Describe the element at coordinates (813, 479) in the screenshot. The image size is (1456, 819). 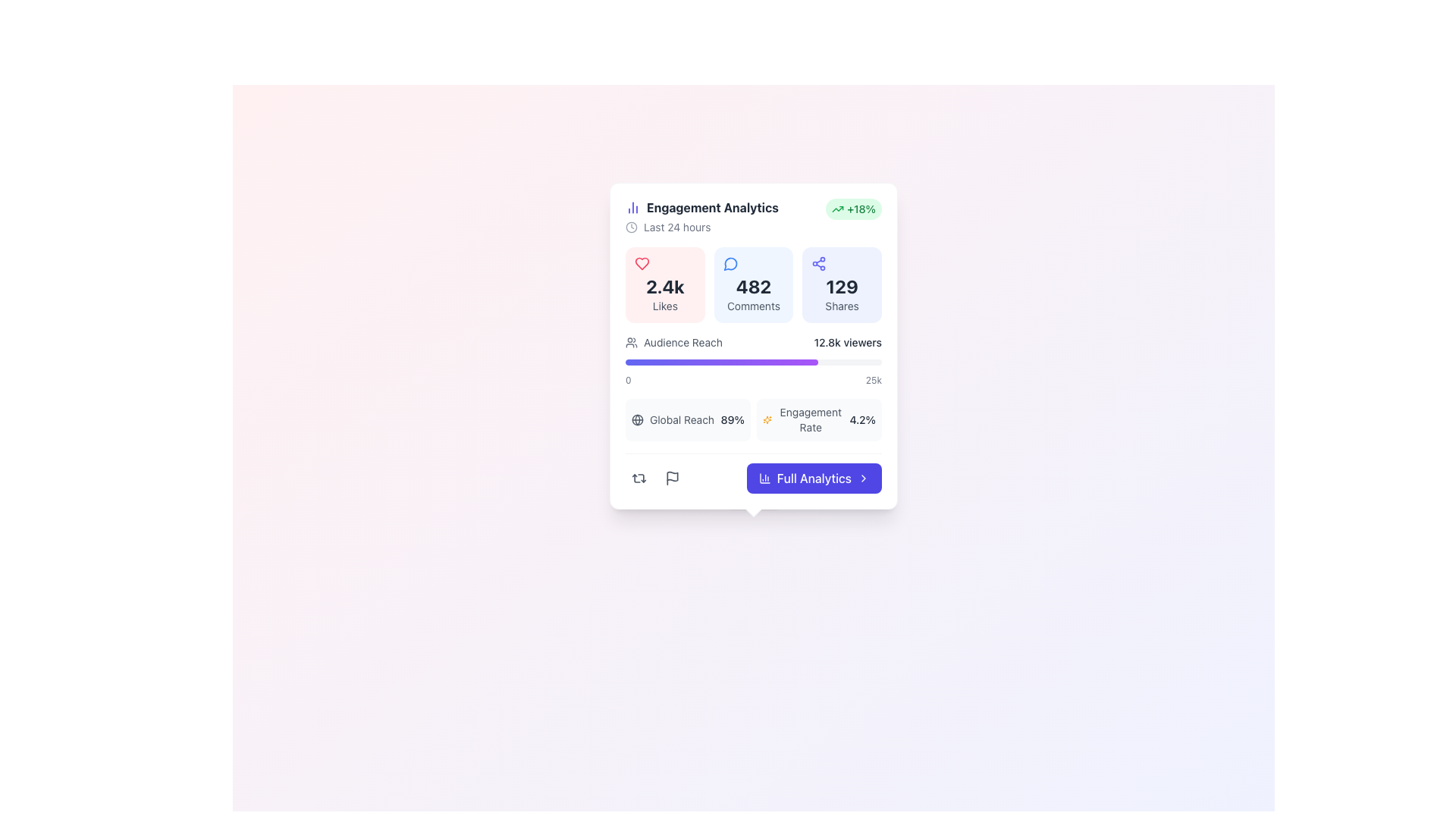
I see `the 'Full Analytics' text label, which is styled with a medium-weight font and is located inside a blue button with rounded corners at the bottom of the analytics card component` at that location.